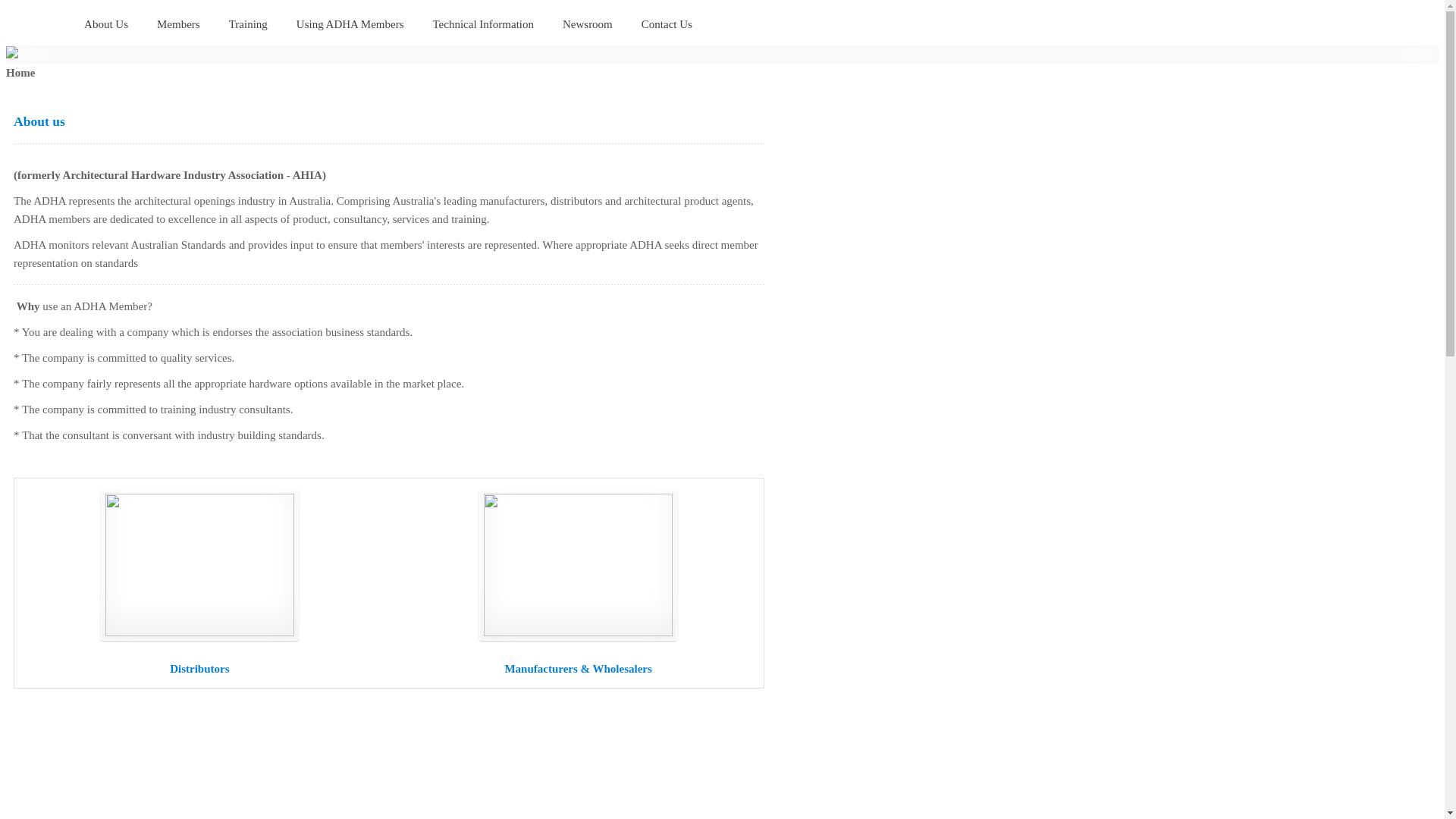 This screenshot has width=1456, height=819. I want to click on 'Training', so click(249, 25).